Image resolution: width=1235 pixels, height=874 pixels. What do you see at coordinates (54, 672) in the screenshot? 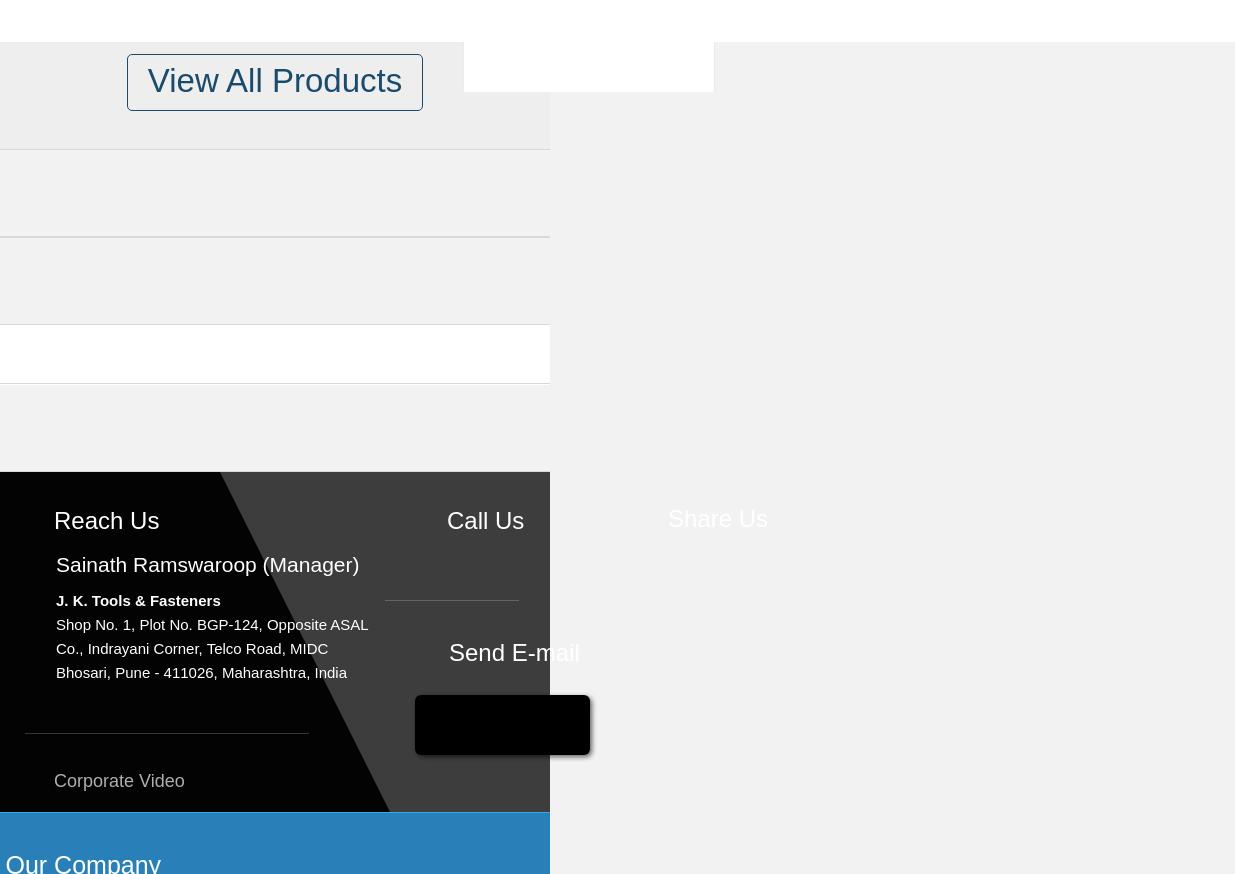
I see `'Bhosari, Pune - 411026, Maharashtra, India'` at bounding box center [54, 672].